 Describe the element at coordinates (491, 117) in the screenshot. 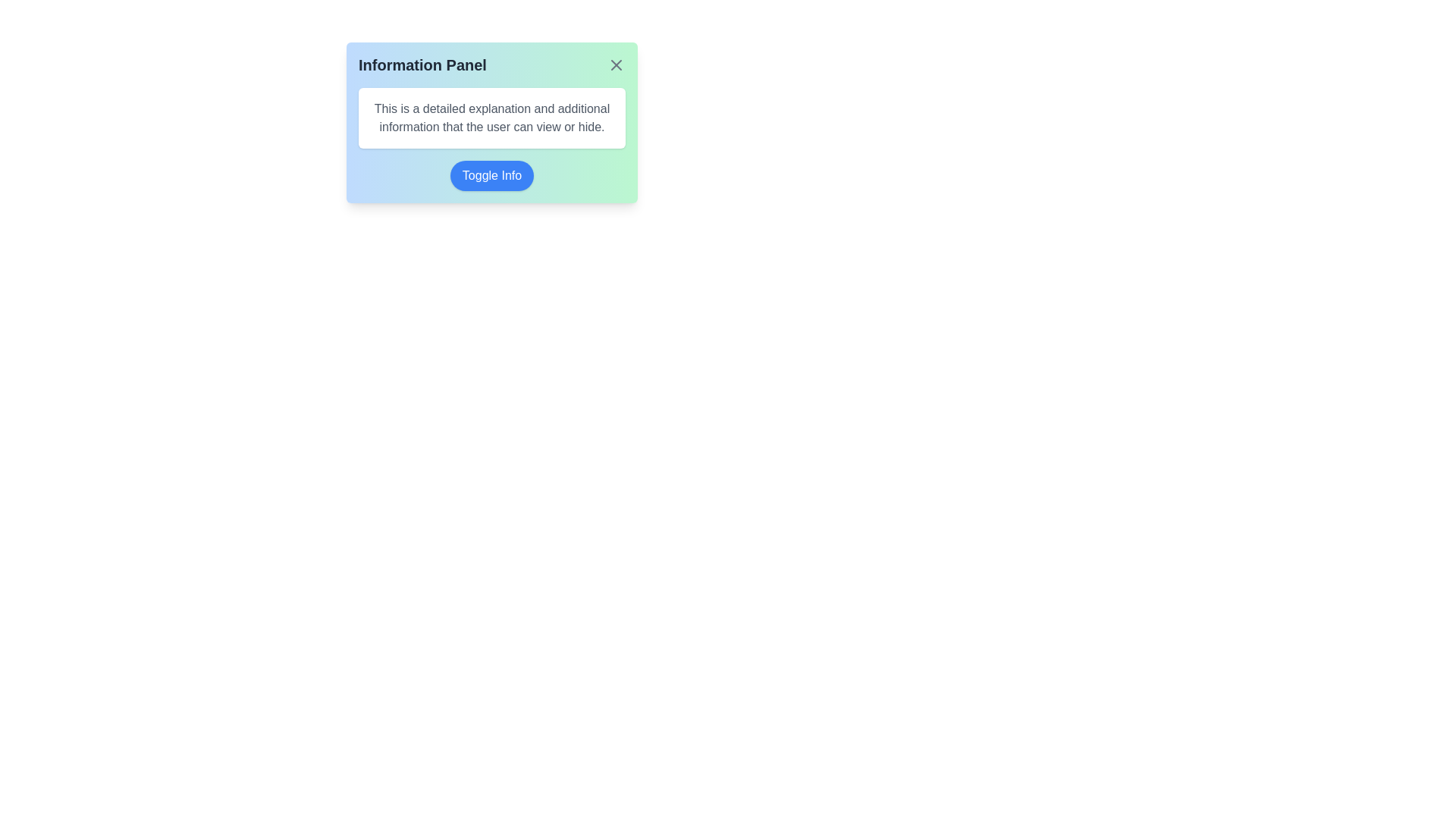

I see `the Text Label that contains the content: 'This is a detailed explanation and additional information that the user can view or hide.' It is positioned in the 'Information Panel' below the title and above the 'Toggle Info' button` at that location.